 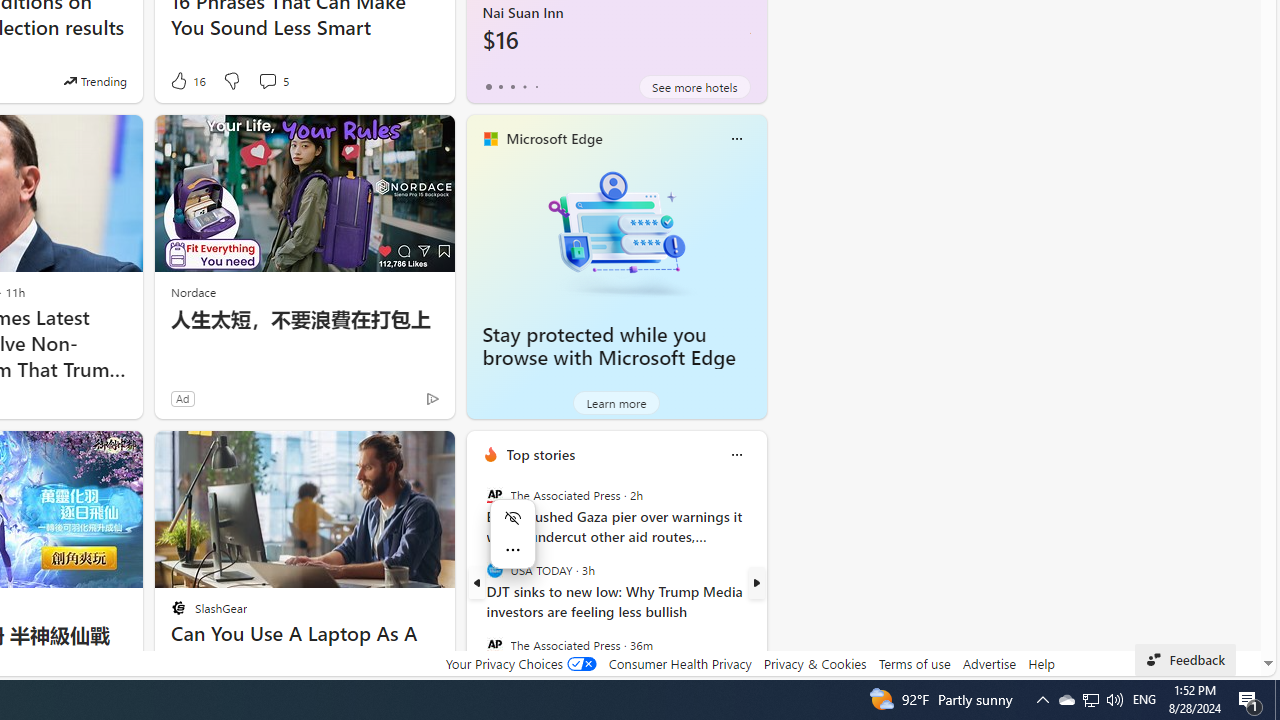 I want to click on 'Mini menu on text selection', so click(x=513, y=546).